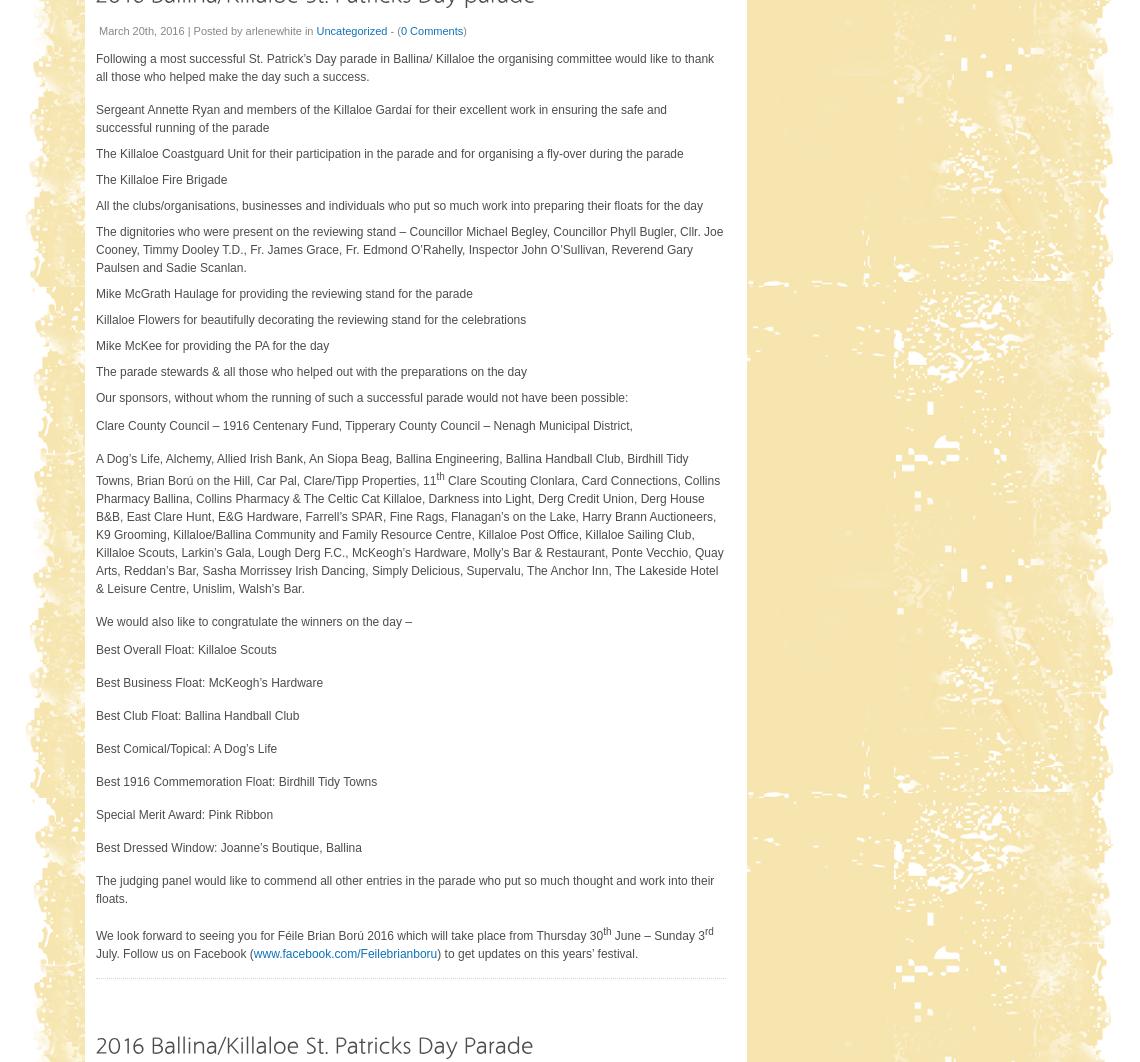  I want to click on 'Best Comical/Topical: A Dog’s Life', so click(94, 747).